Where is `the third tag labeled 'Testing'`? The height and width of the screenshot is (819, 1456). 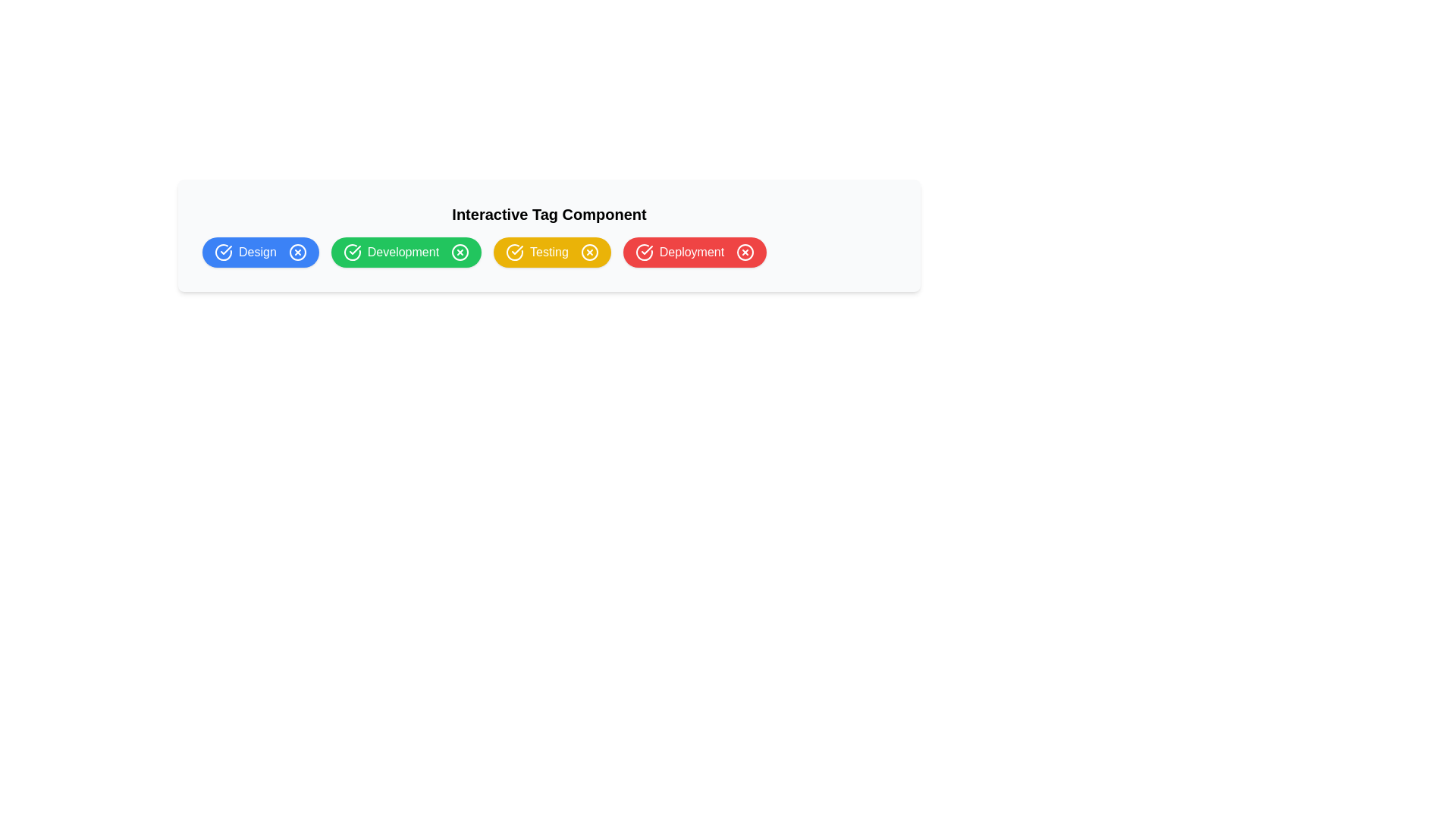 the third tag labeled 'Testing' is located at coordinates (548, 251).